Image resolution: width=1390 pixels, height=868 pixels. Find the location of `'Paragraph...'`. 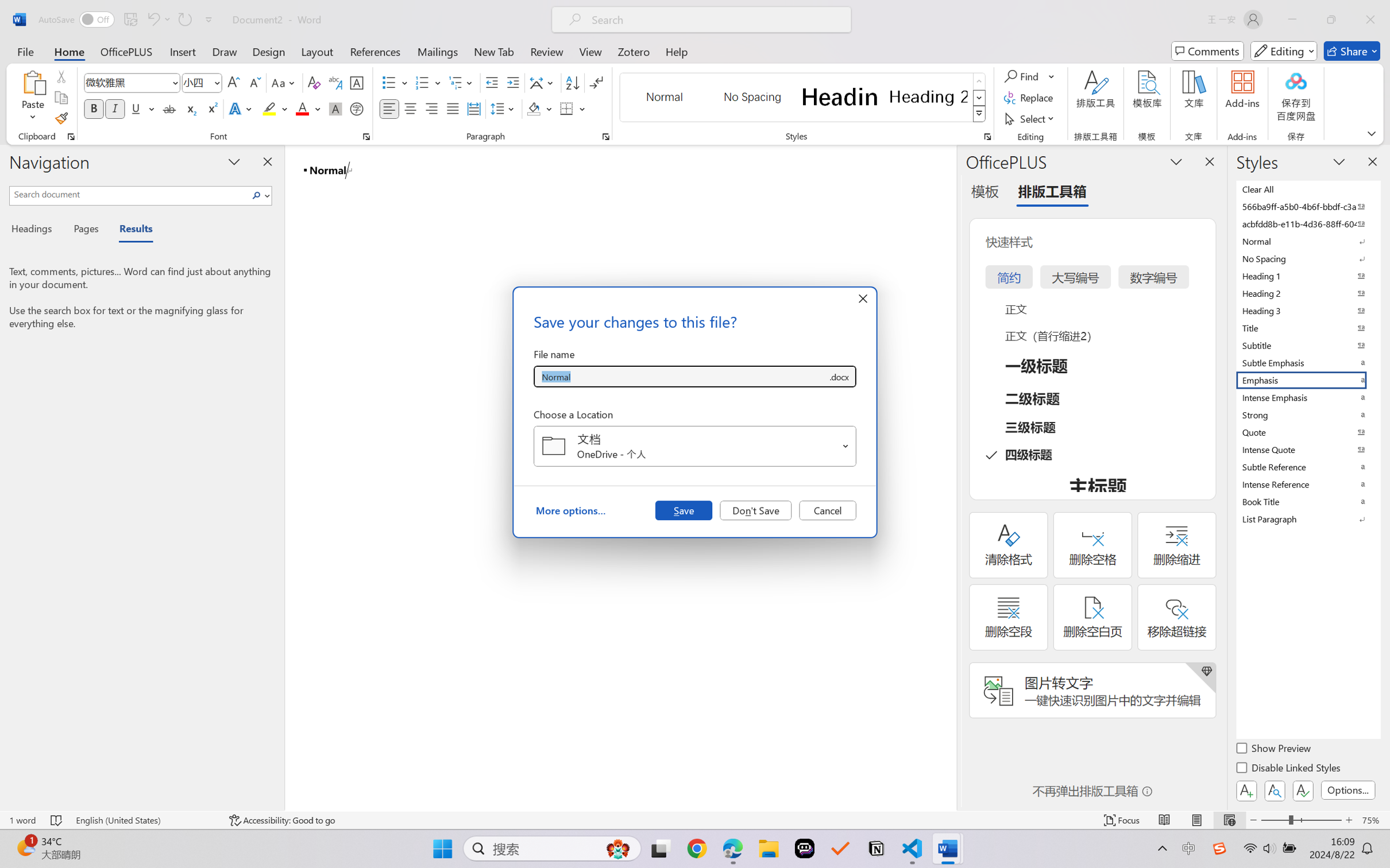

'Paragraph...' is located at coordinates (605, 136).